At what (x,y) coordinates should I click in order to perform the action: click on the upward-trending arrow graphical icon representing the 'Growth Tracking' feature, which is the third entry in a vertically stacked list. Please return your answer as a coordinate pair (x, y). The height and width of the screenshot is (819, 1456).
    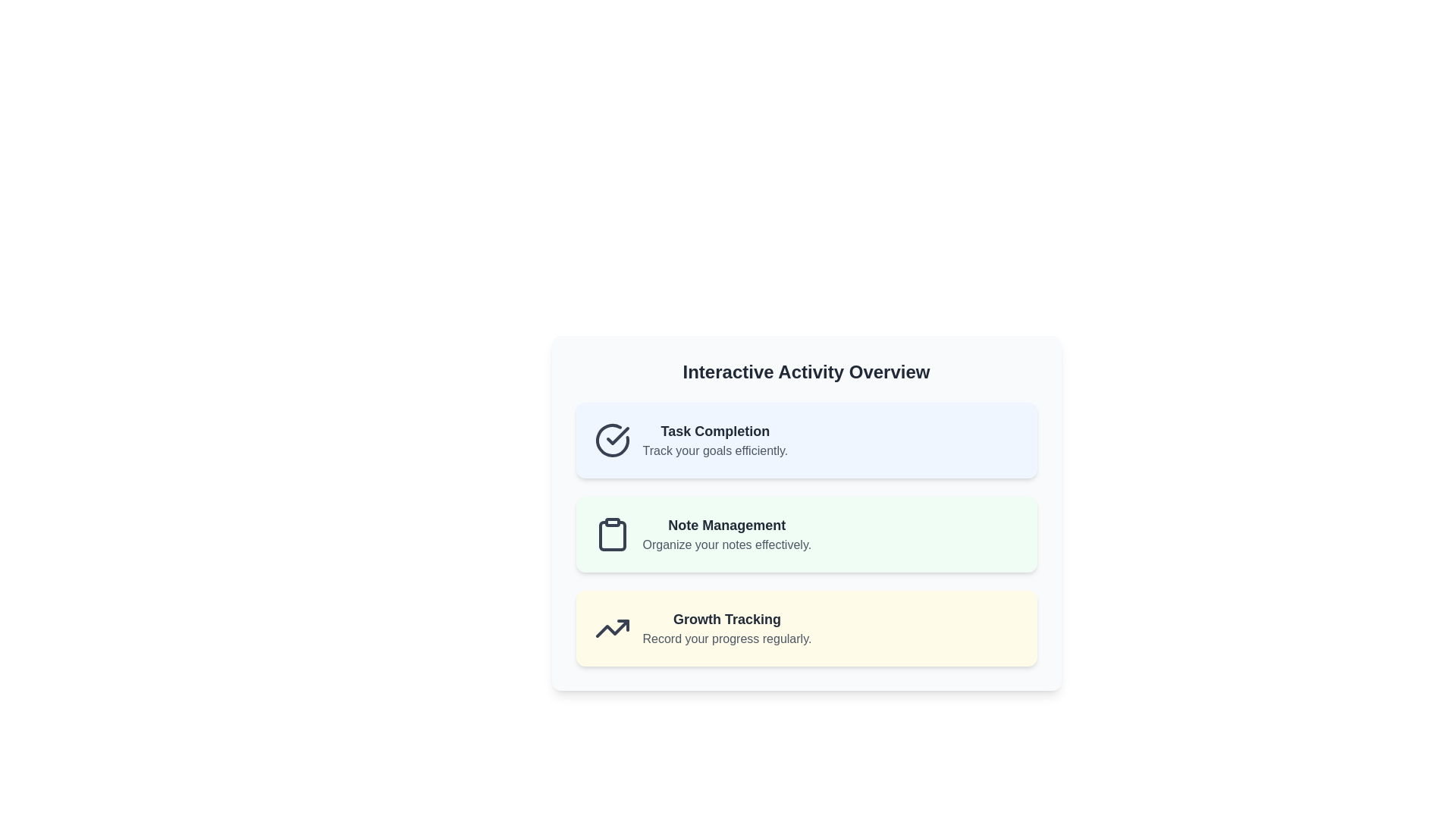
    Looking at the image, I should click on (612, 629).